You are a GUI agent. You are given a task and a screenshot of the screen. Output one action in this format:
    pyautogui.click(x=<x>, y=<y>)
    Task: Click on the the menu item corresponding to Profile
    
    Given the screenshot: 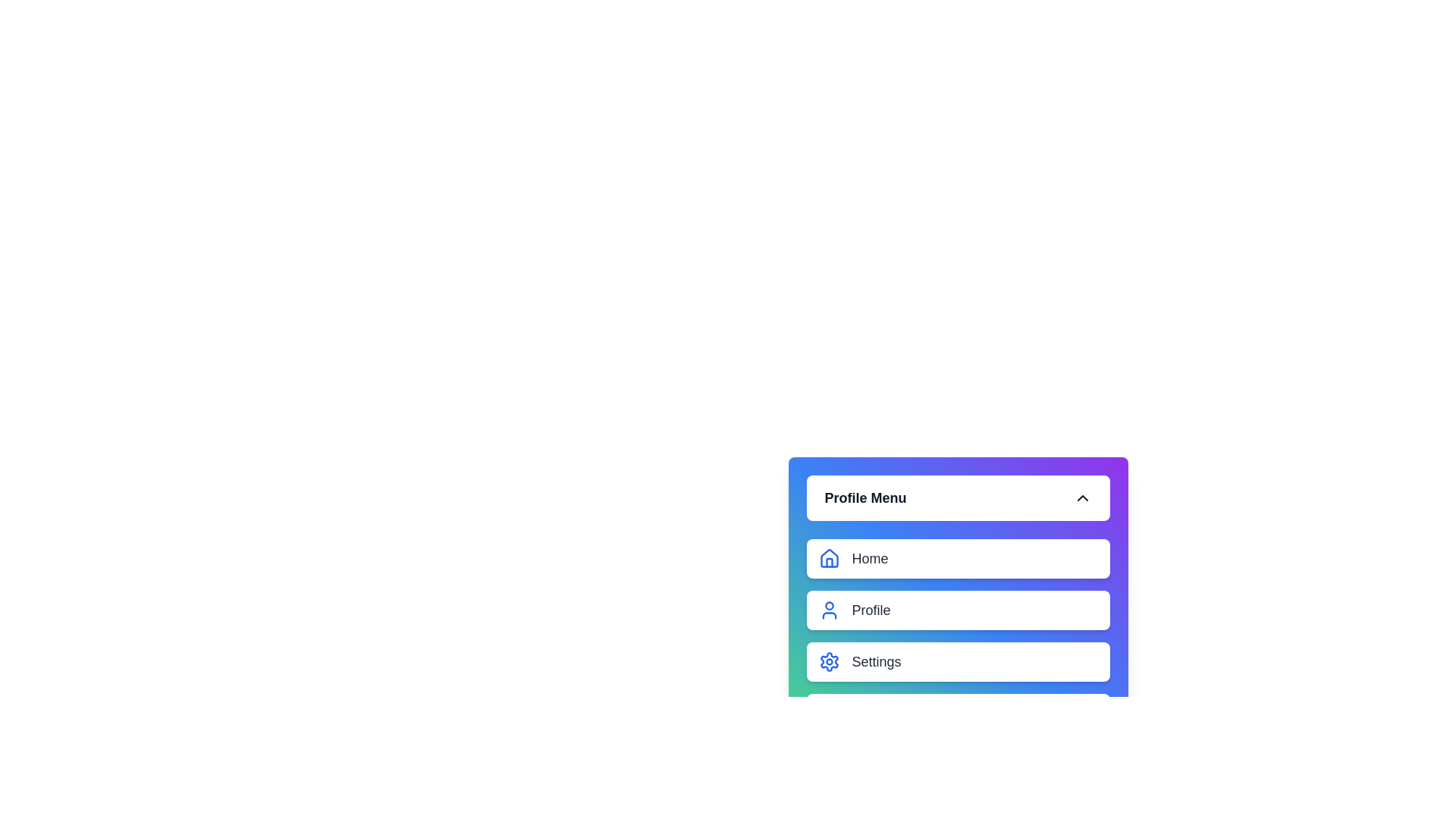 What is the action you would take?
    pyautogui.click(x=828, y=610)
    